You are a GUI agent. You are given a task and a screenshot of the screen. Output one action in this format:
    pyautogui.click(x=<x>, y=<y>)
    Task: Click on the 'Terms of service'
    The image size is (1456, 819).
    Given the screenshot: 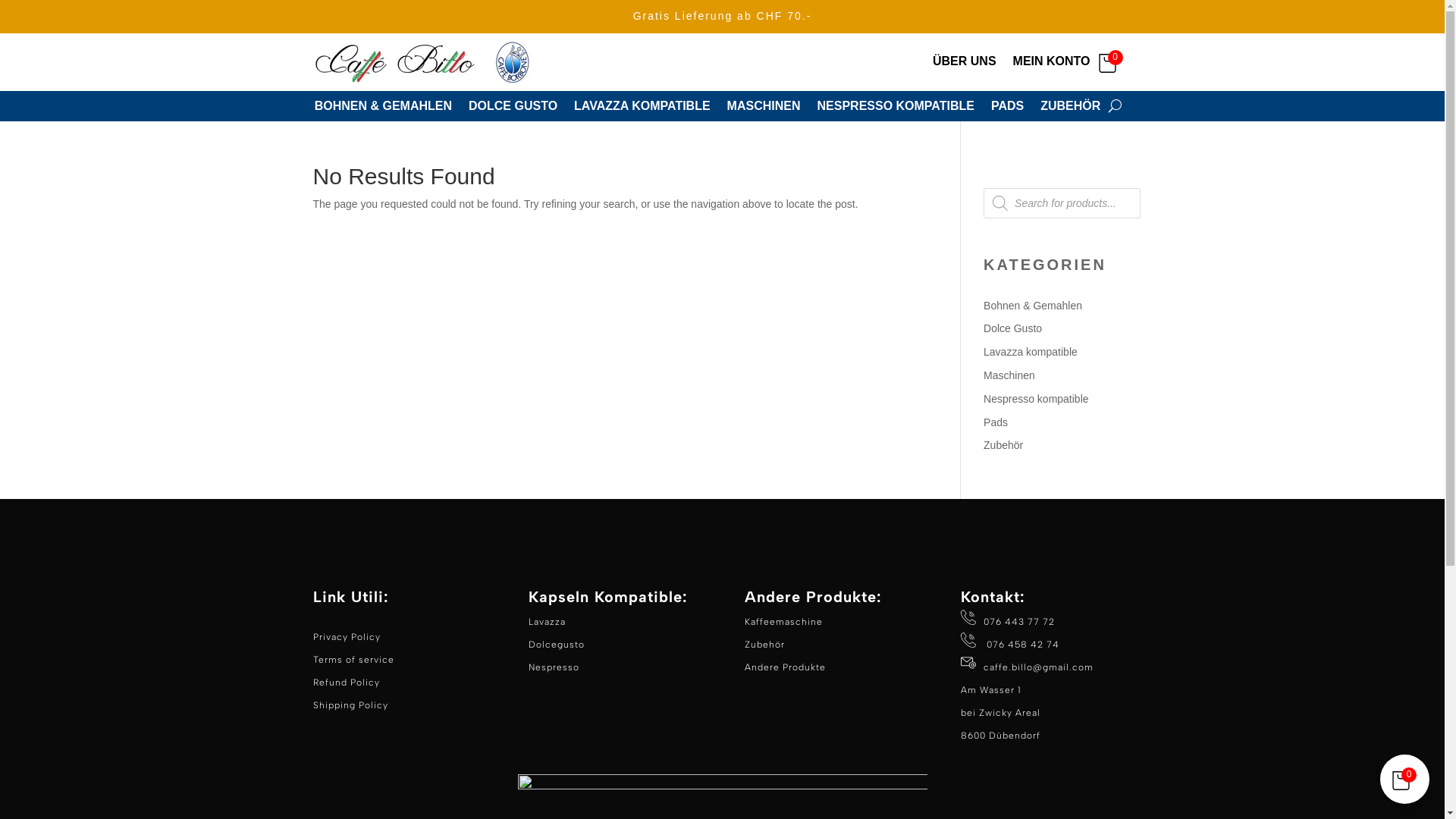 What is the action you would take?
    pyautogui.click(x=352, y=659)
    